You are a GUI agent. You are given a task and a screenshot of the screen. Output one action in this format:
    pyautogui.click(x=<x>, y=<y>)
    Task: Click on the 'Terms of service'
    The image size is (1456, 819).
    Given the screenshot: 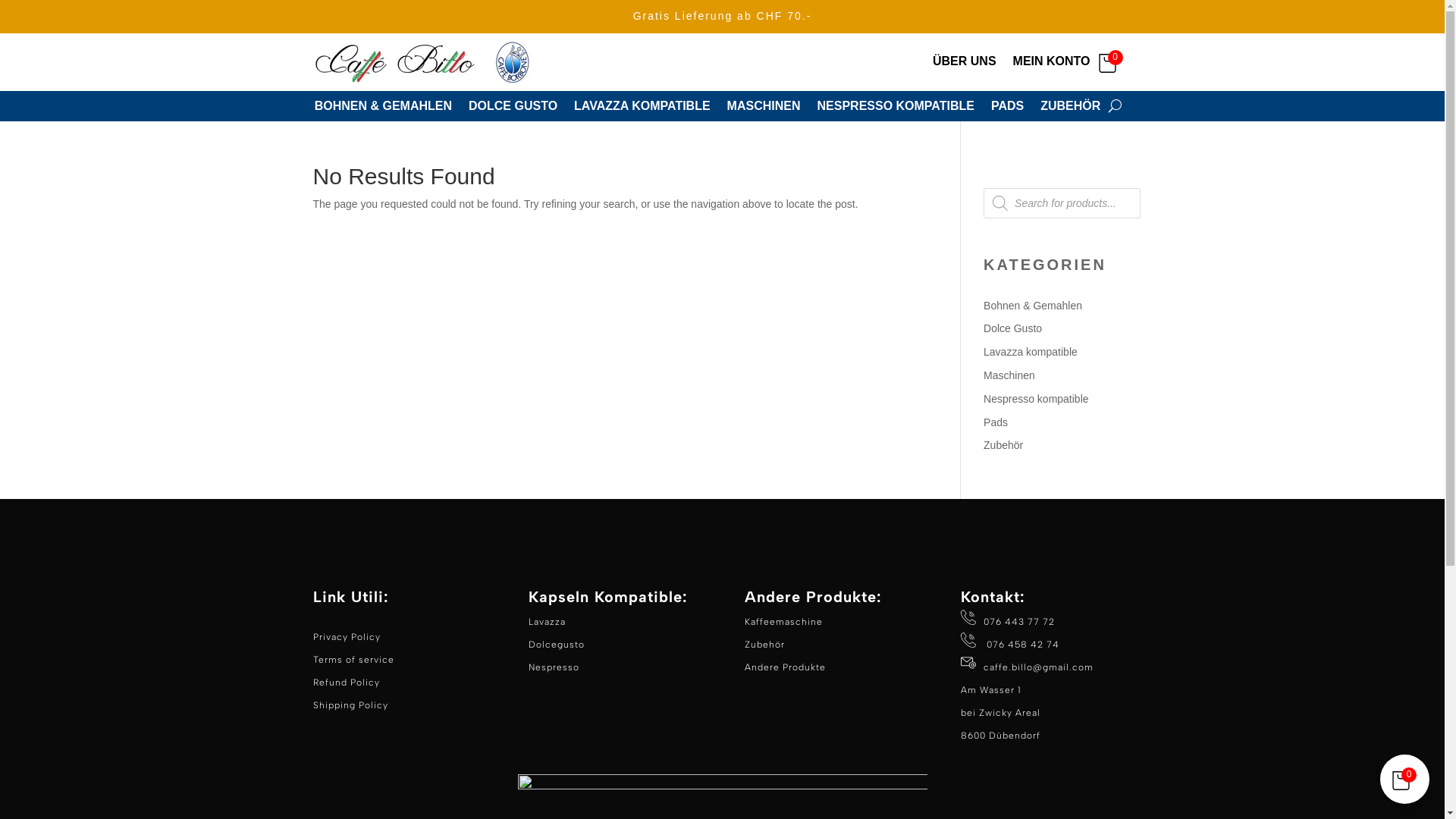 What is the action you would take?
    pyautogui.click(x=352, y=659)
    